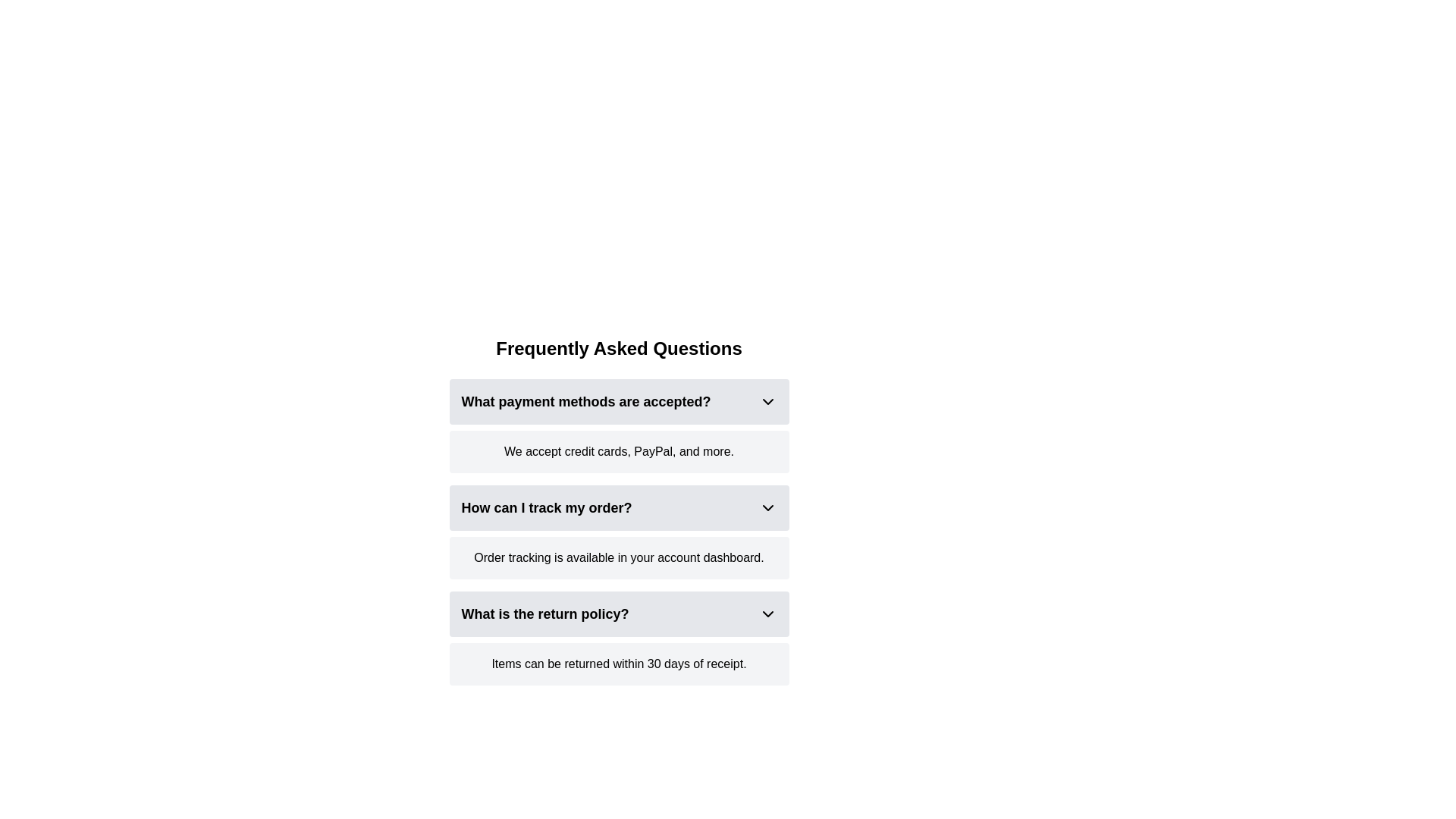  I want to click on the Collapsible FAQ item located between 'What payment methods are accepted?' and 'What is the return policy?', so click(619, 532).